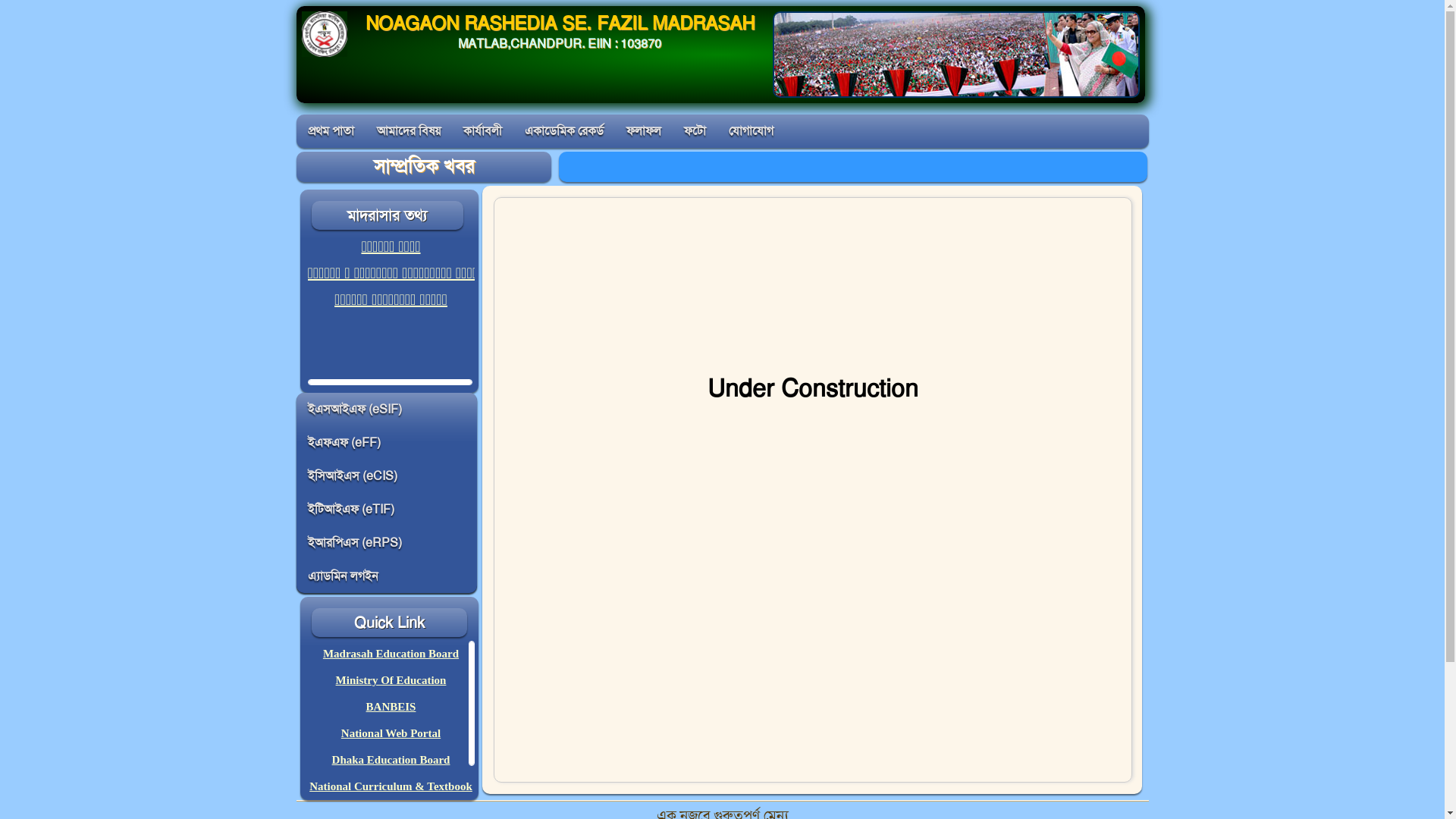 This screenshot has height=819, width=1456. I want to click on 'National Web Portal', so click(340, 733).